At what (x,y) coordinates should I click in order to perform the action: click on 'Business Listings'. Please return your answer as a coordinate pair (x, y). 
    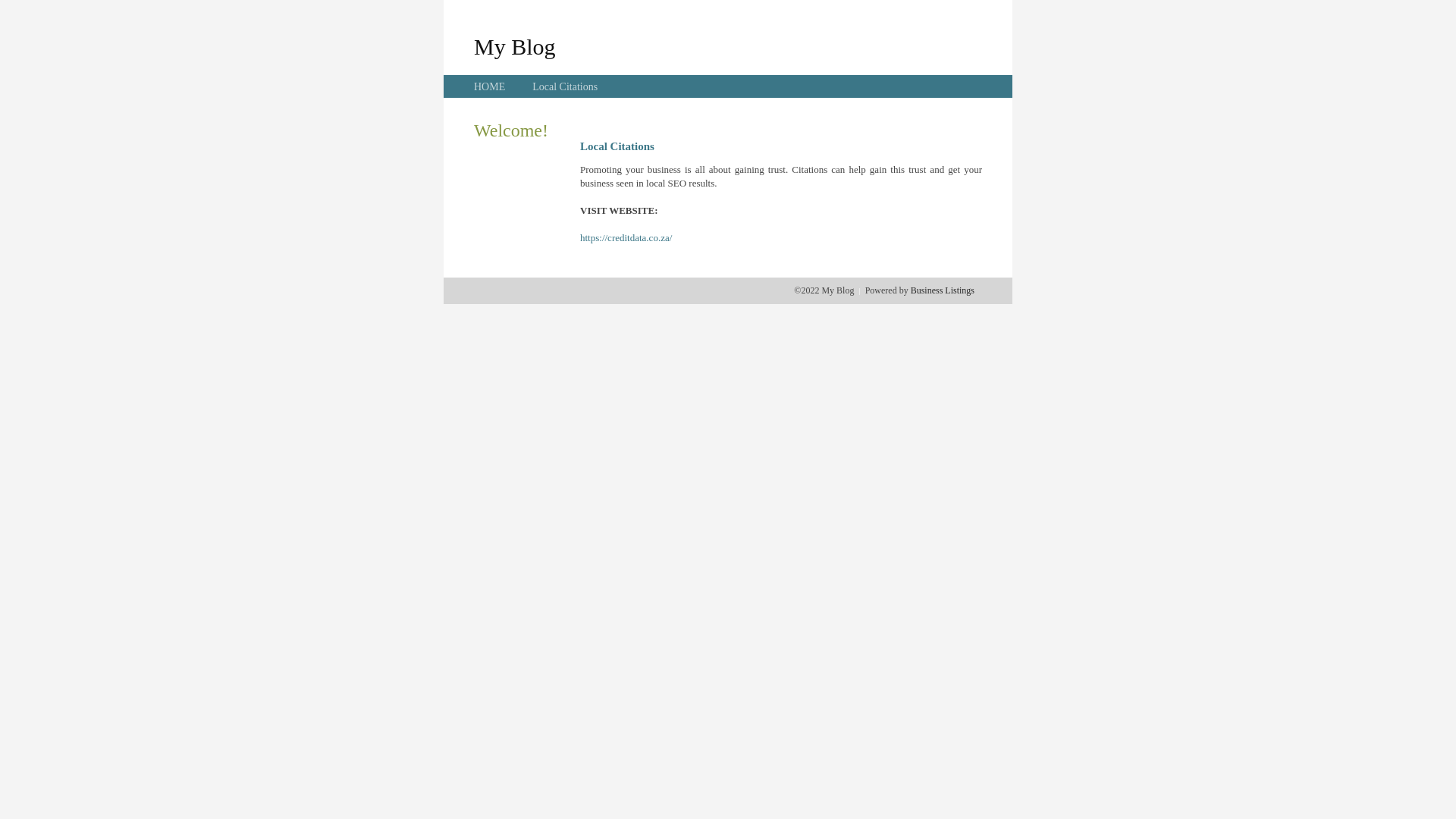
    Looking at the image, I should click on (942, 290).